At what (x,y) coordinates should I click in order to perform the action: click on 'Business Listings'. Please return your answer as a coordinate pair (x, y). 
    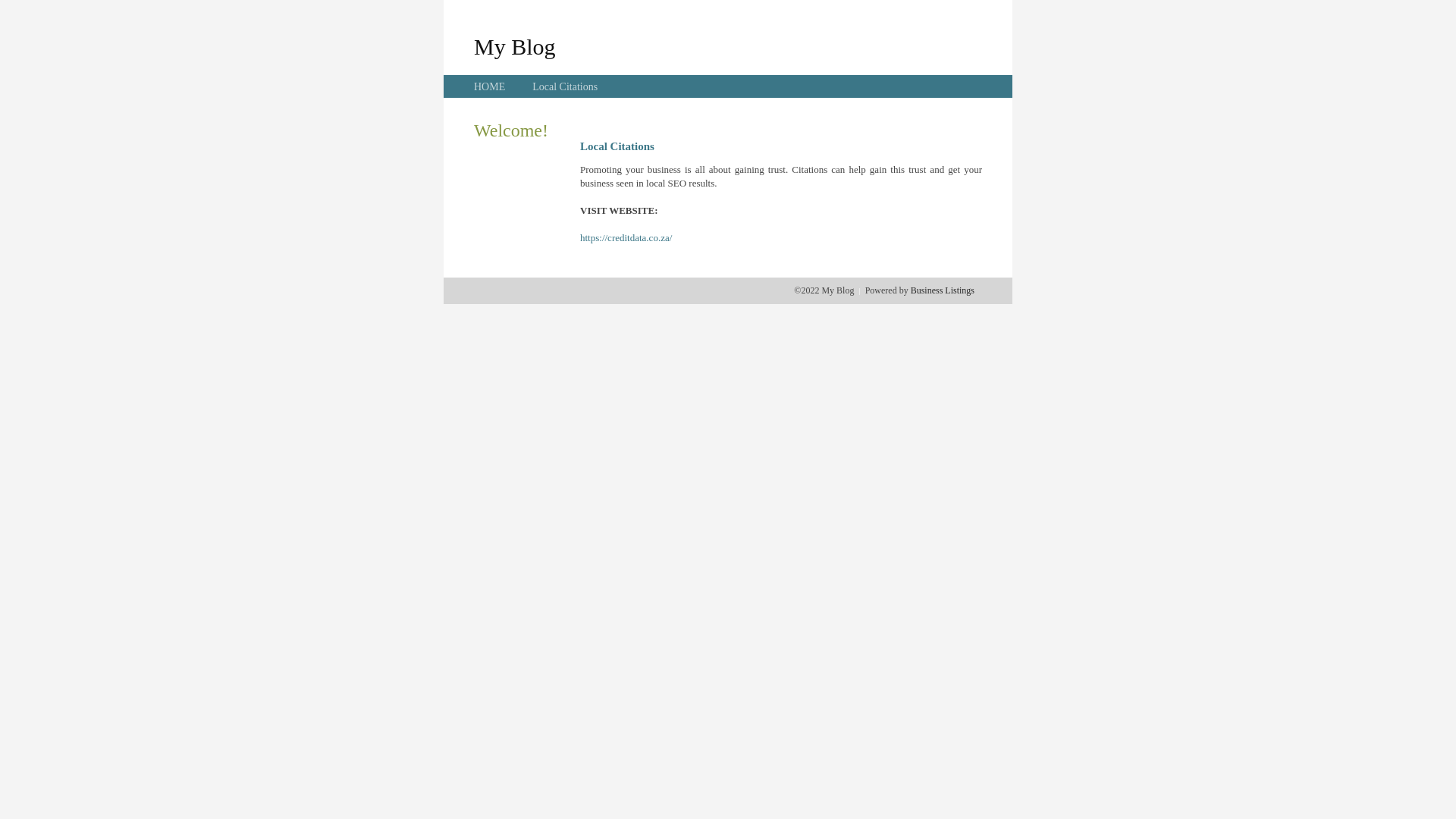
    Looking at the image, I should click on (942, 290).